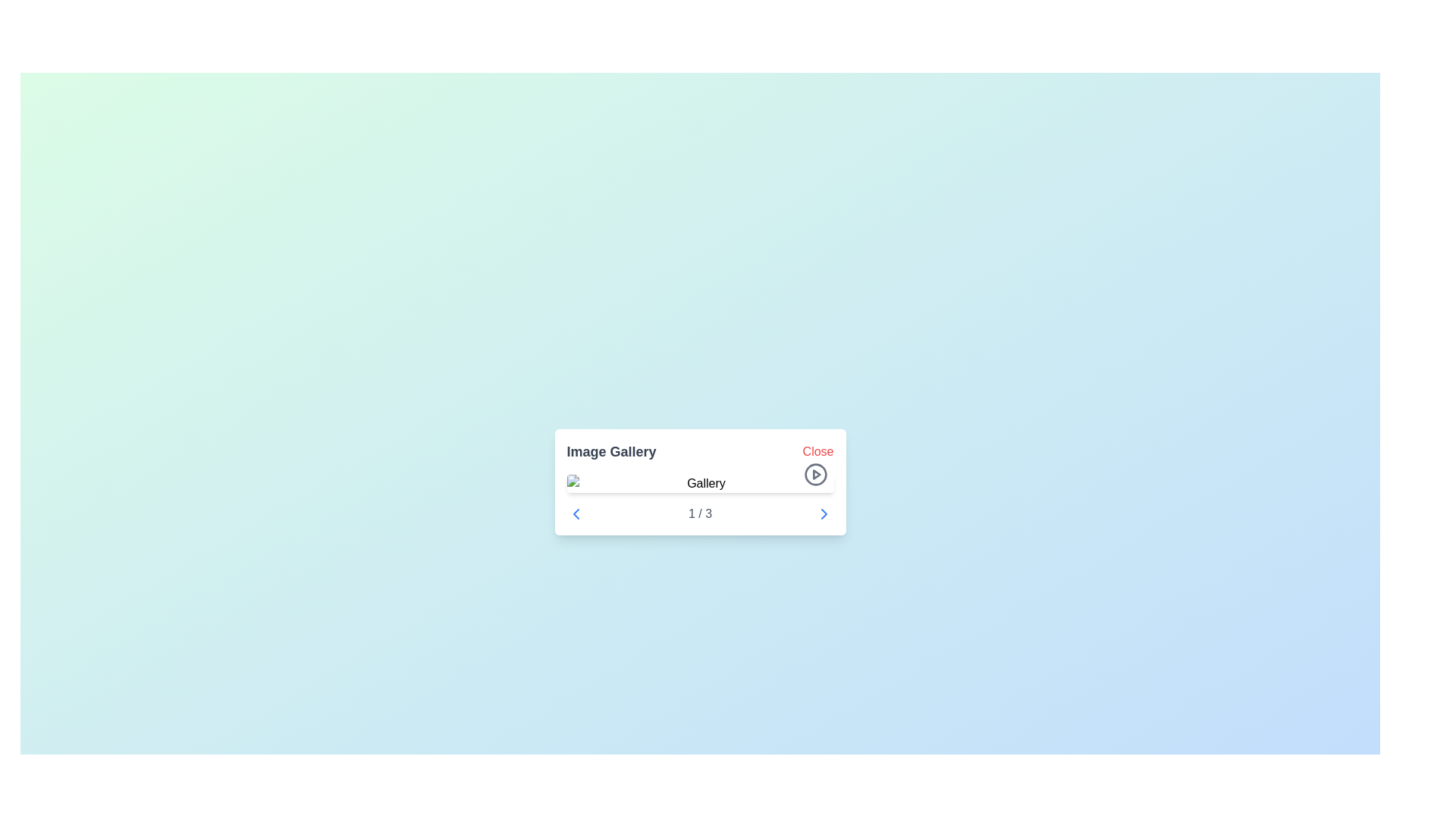  I want to click on the 'Close' button located at the top-right corner of the image gallery, which displays the text in a distinctive red font, so click(817, 451).